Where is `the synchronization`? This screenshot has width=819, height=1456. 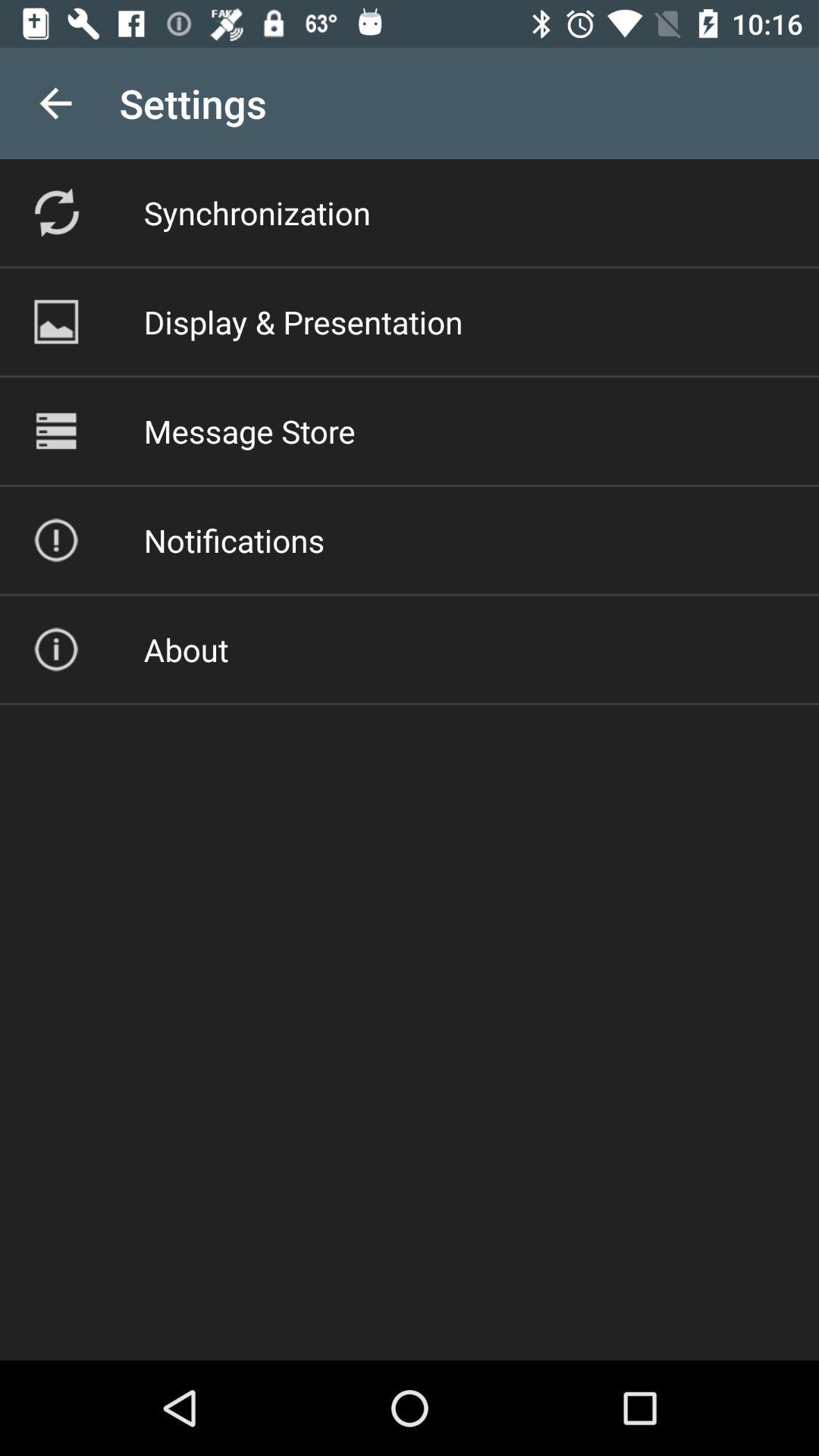
the synchronization is located at coordinates (256, 212).